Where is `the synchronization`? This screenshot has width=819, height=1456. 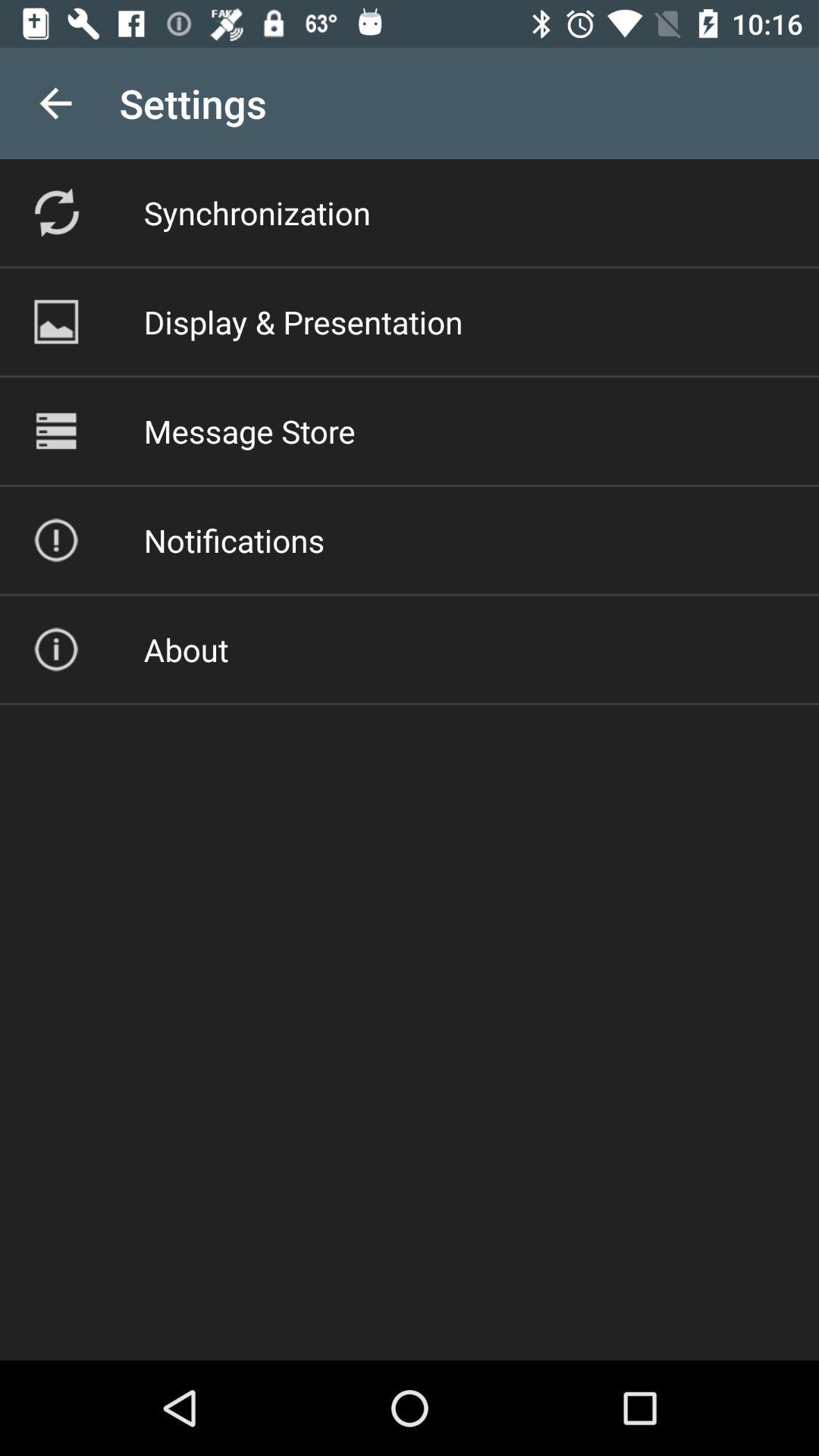
the synchronization is located at coordinates (256, 212).